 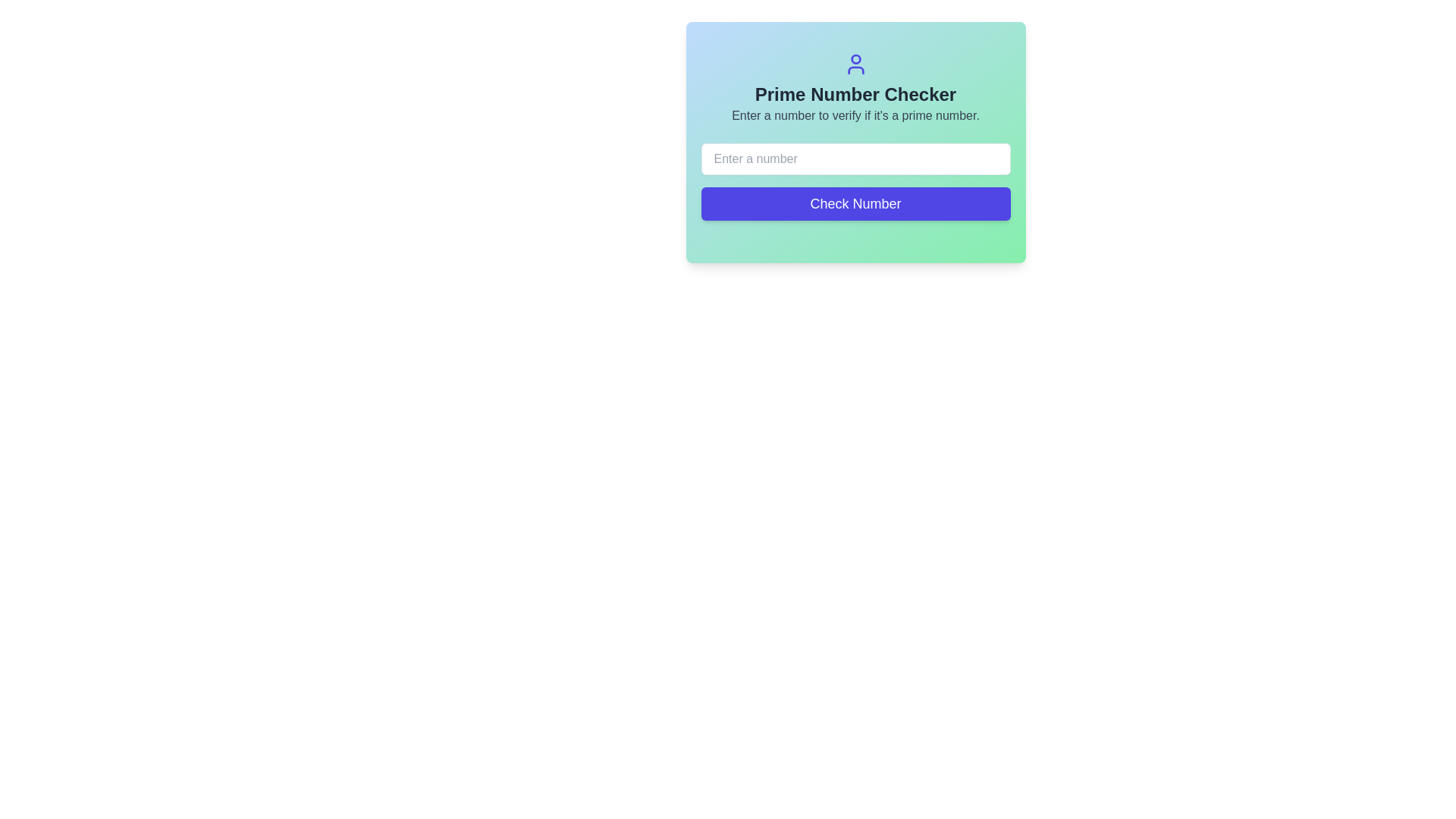 What do you see at coordinates (855, 58) in the screenshot?
I see `the circular shape representing the user's head in the SVG graphic located at the center-top of the interface` at bounding box center [855, 58].